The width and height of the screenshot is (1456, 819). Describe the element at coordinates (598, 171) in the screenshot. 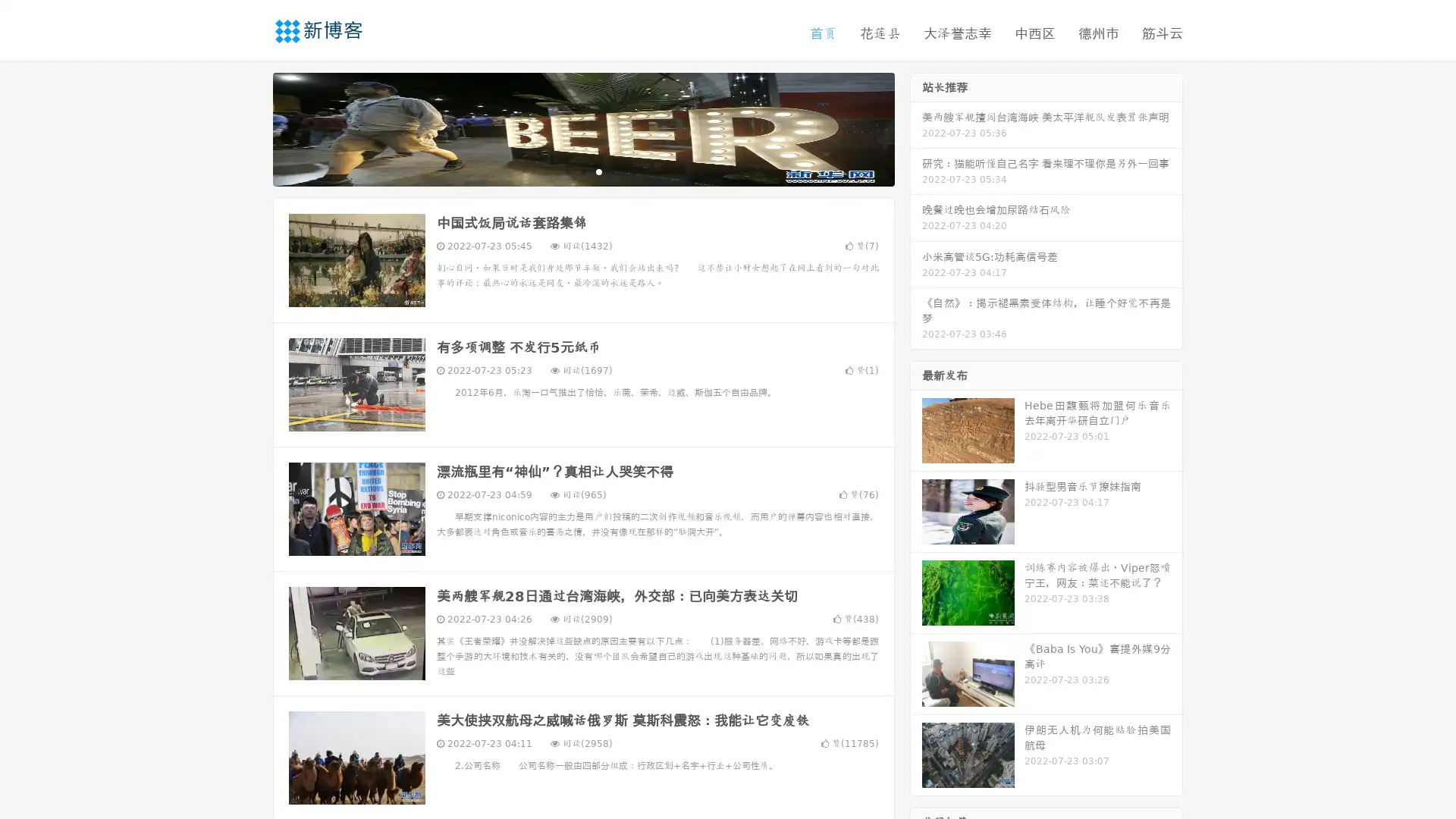

I see `Go to slide 3` at that location.